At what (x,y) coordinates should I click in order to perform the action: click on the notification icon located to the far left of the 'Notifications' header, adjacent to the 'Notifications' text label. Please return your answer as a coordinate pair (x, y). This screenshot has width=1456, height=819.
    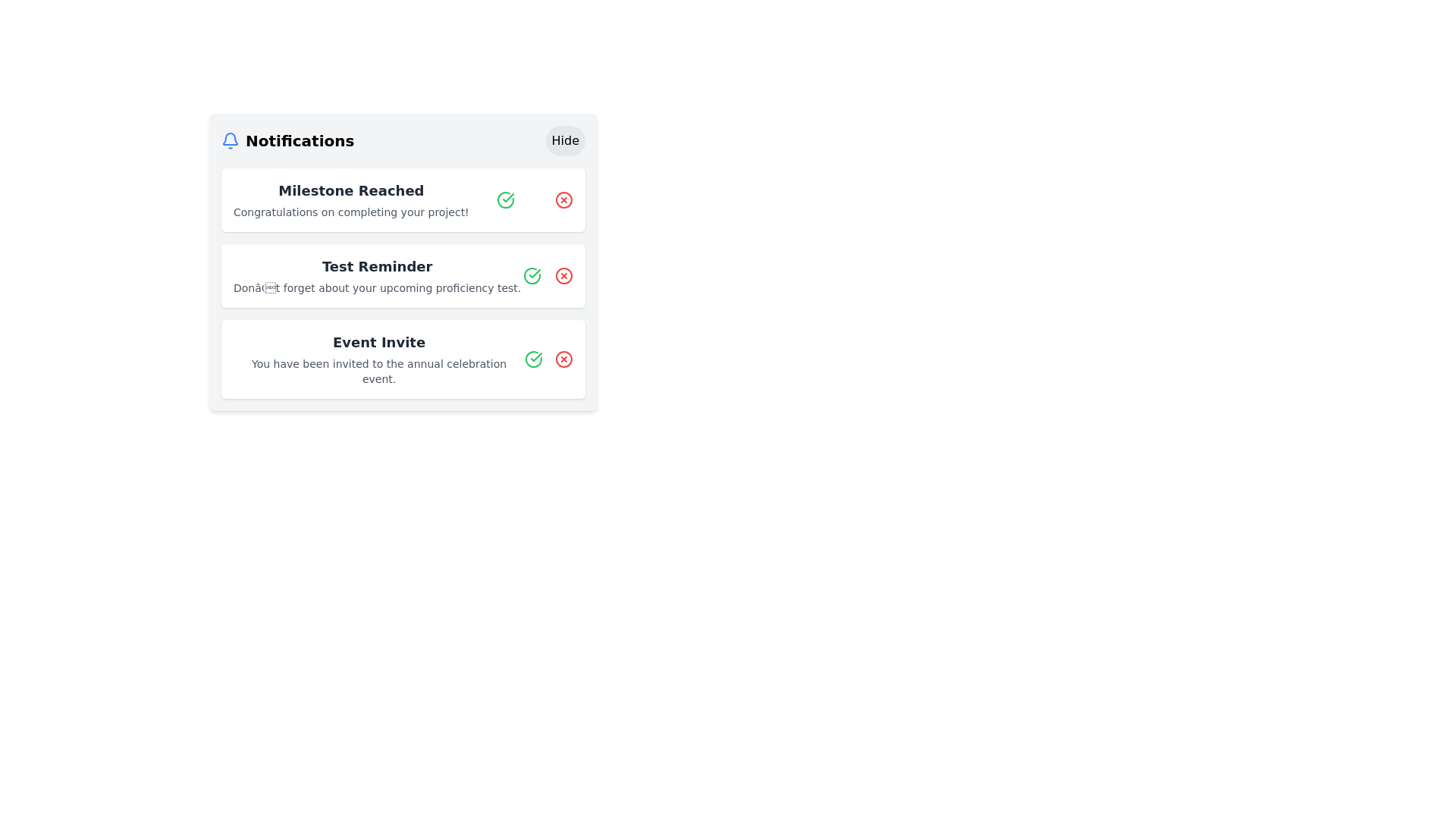
    Looking at the image, I should click on (229, 140).